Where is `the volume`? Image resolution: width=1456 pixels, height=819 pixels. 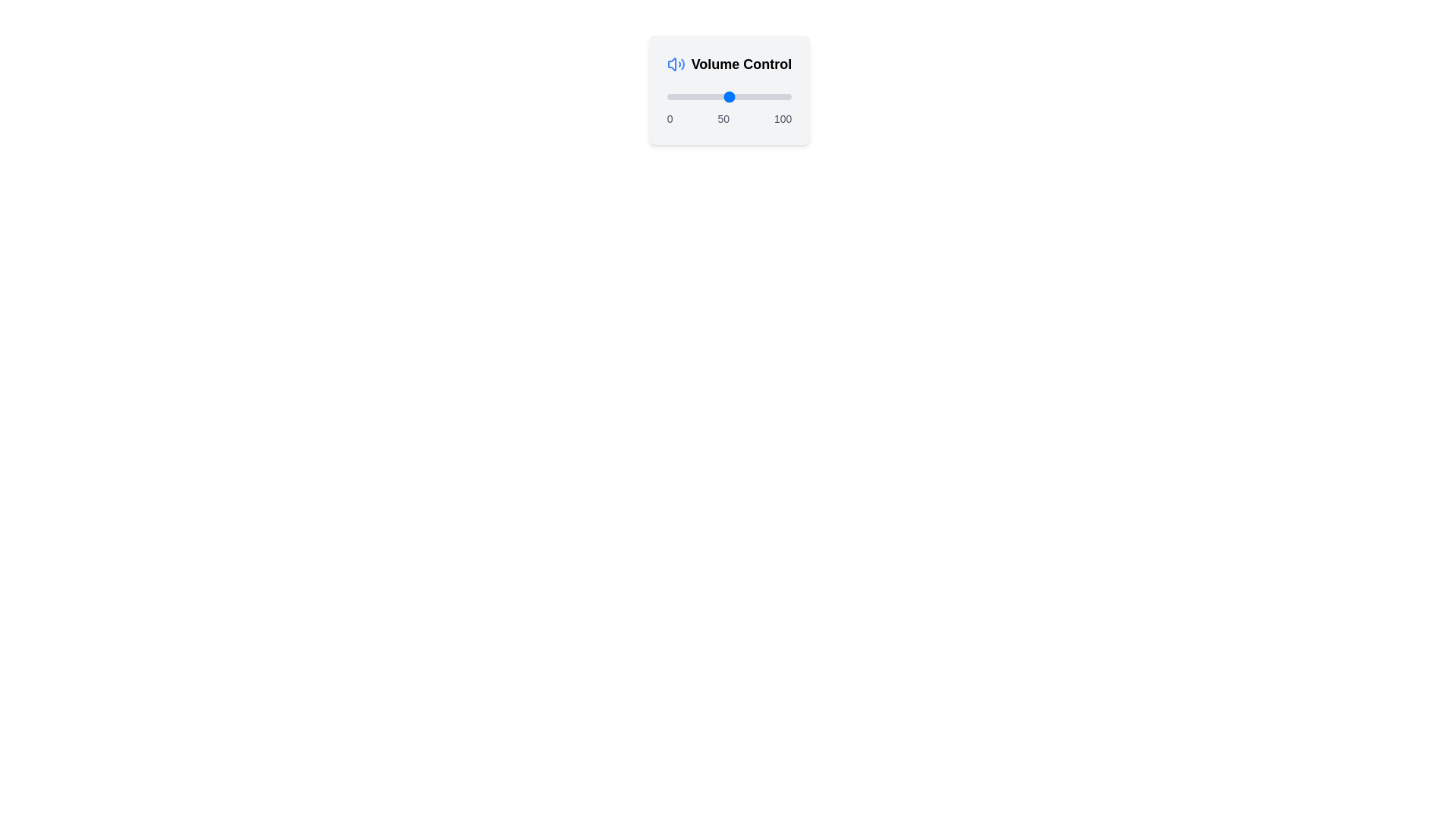 the volume is located at coordinates (761, 96).